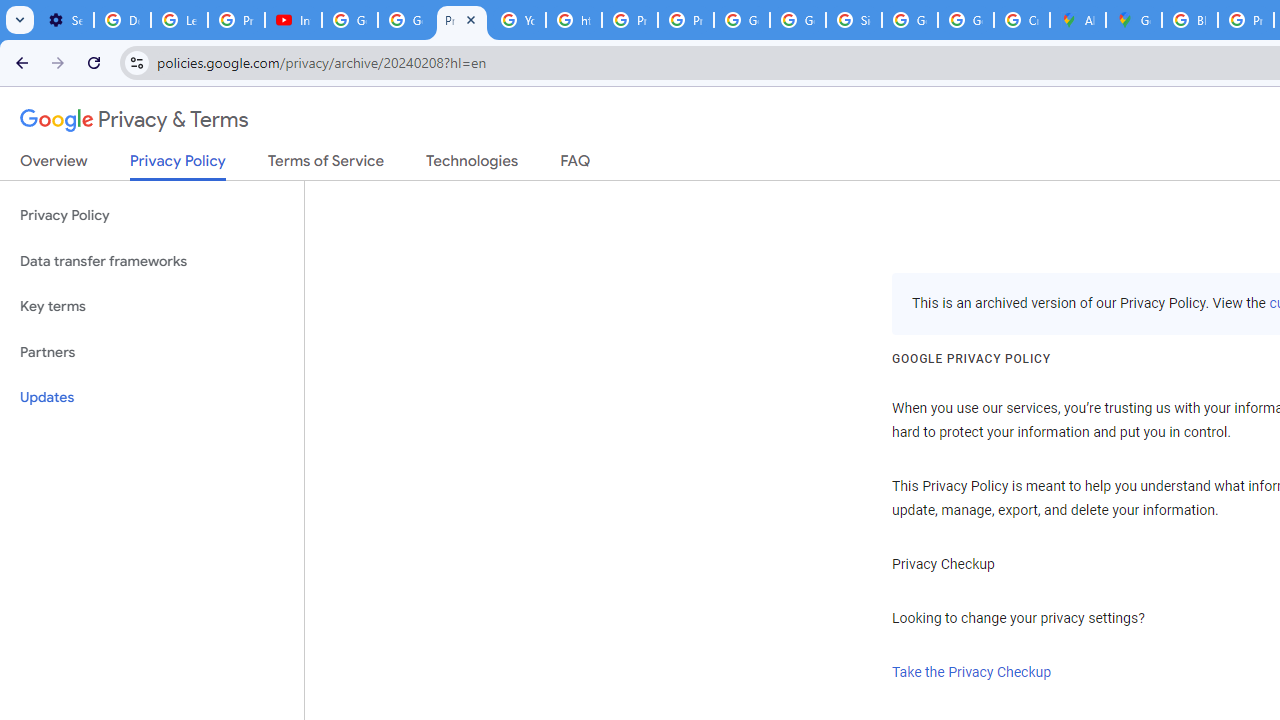 Image resolution: width=1280 pixels, height=720 pixels. Describe the element at coordinates (628, 20) in the screenshot. I see `'Privacy Help Center - Policies Help'` at that location.